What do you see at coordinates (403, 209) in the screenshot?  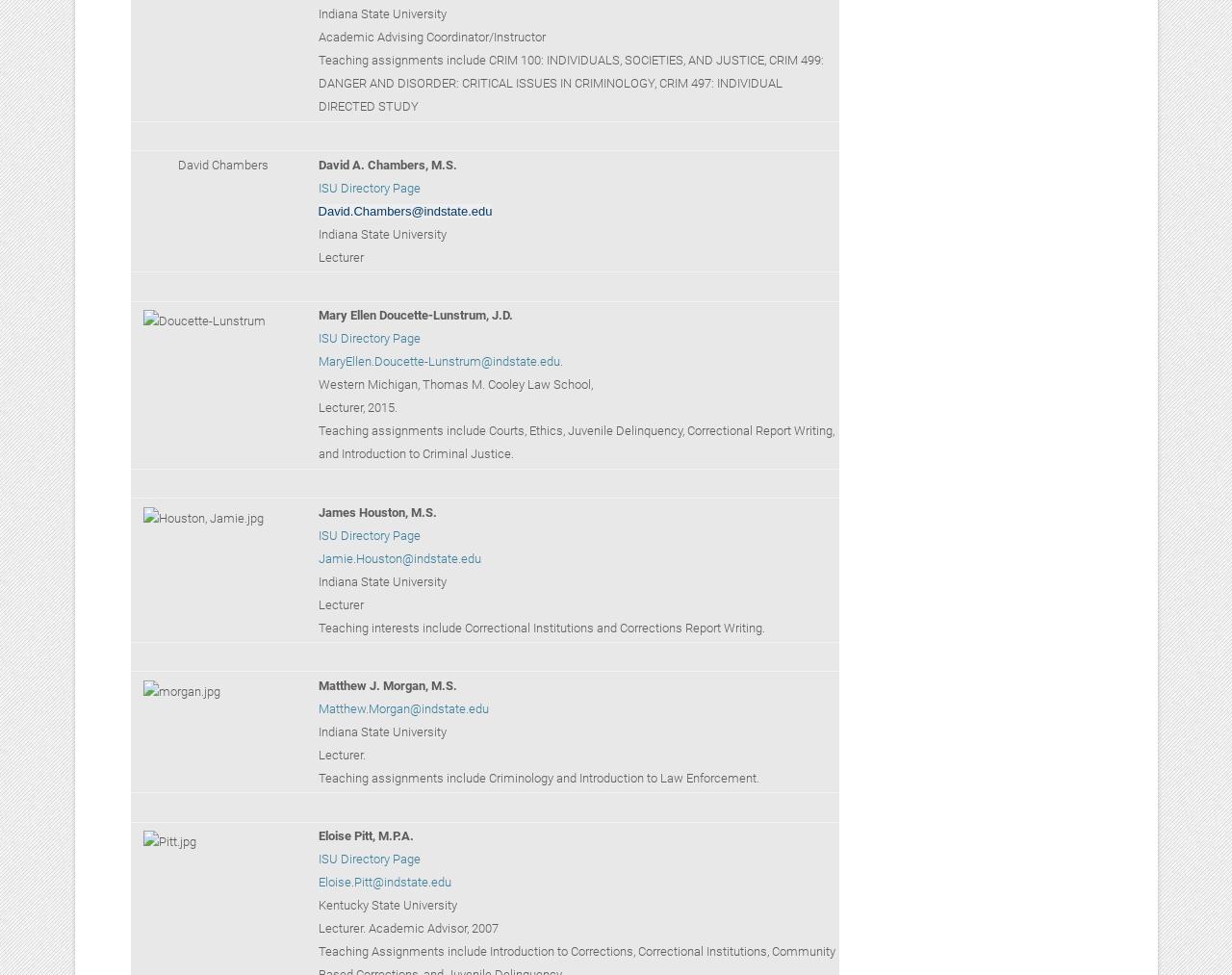 I see `'David.Chambers@indstate.edu'` at bounding box center [403, 209].